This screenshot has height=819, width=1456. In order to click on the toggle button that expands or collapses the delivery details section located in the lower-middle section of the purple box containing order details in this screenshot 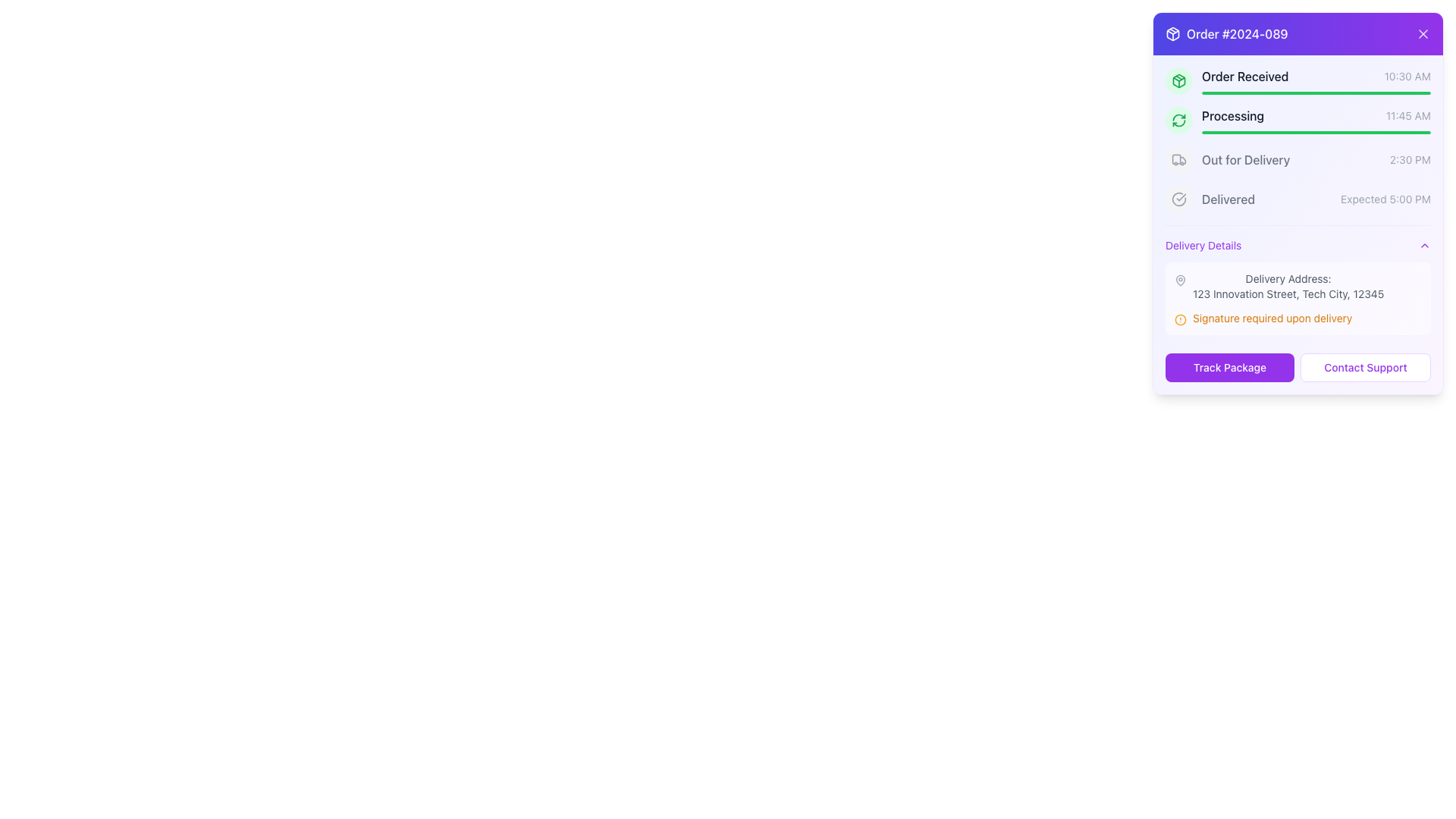, I will do `click(1298, 245)`.